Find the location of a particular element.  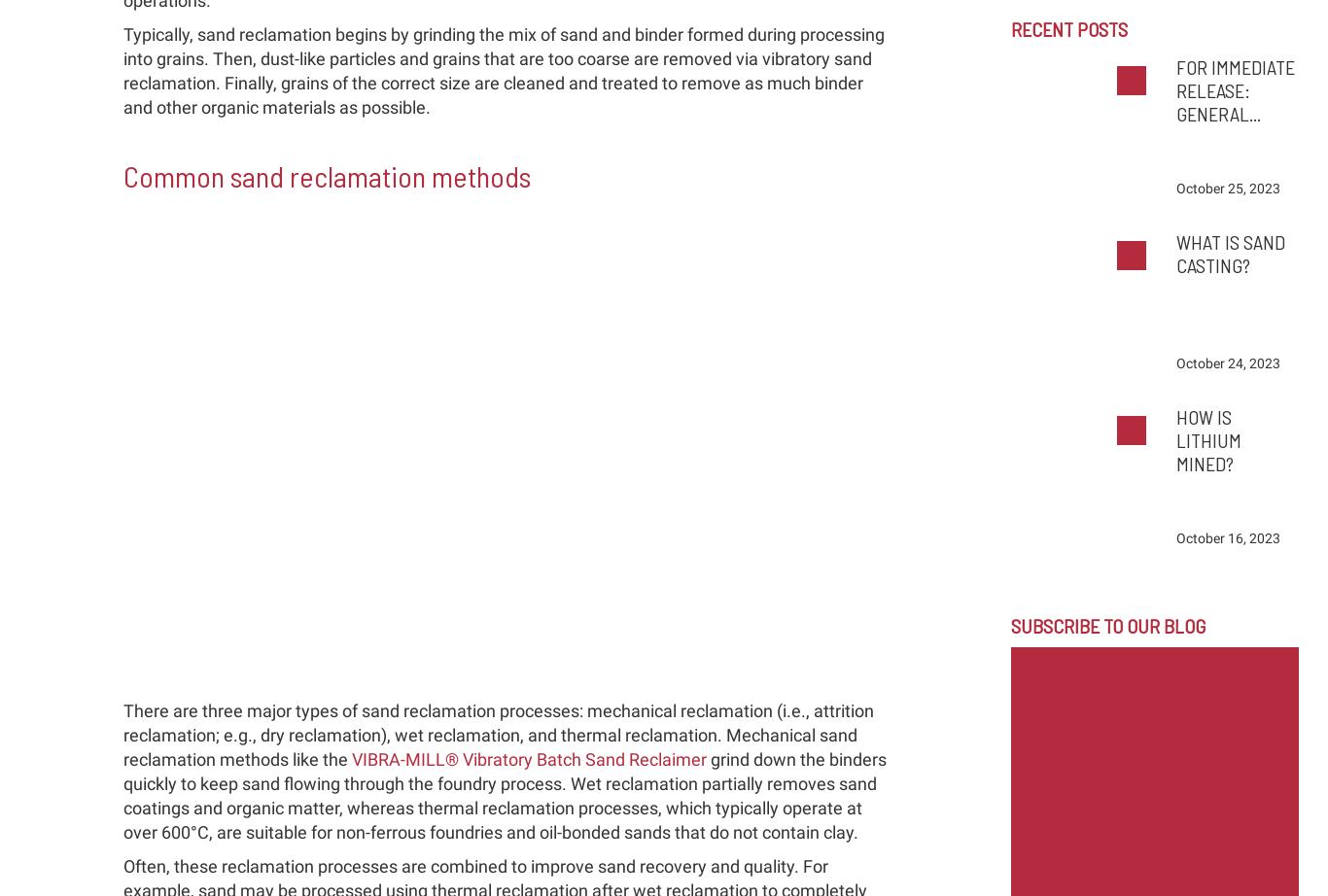

'October 25, 2023' is located at coordinates (1226, 188).